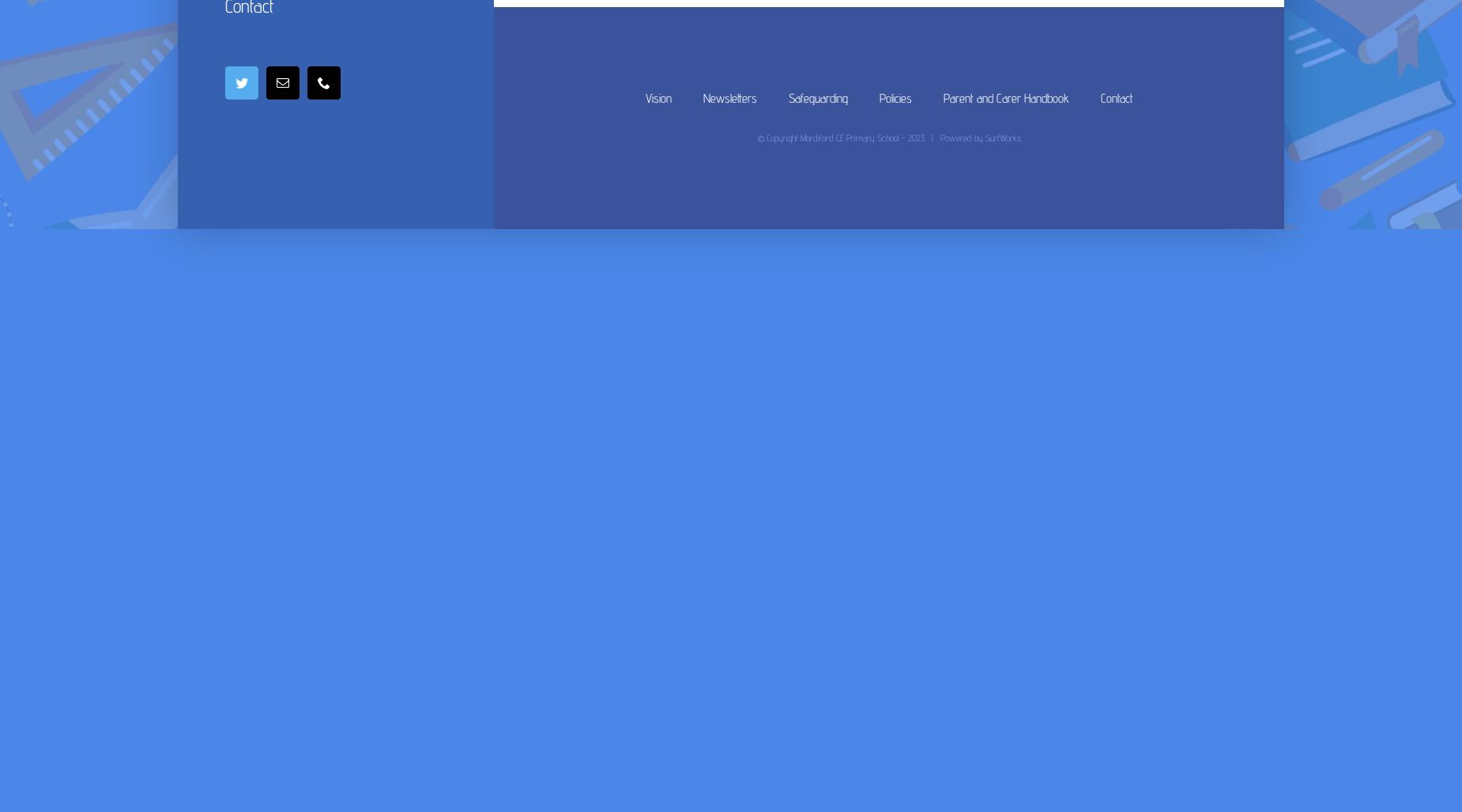 This screenshot has height=812, width=1462. What do you see at coordinates (817, 234) in the screenshot?
I see `'Computing'` at bounding box center [817, 234].